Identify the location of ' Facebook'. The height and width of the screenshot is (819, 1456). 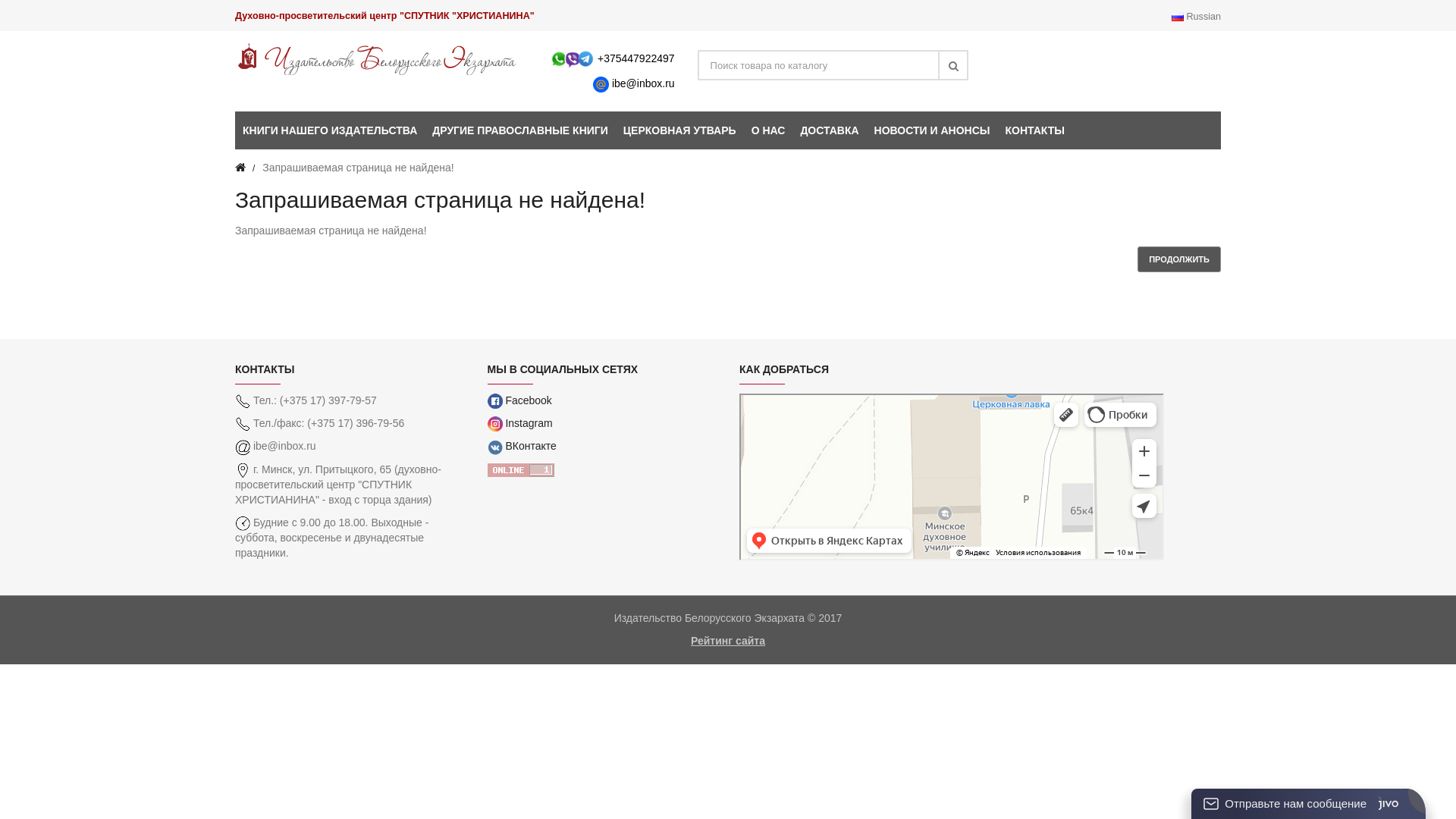
(519, 400).